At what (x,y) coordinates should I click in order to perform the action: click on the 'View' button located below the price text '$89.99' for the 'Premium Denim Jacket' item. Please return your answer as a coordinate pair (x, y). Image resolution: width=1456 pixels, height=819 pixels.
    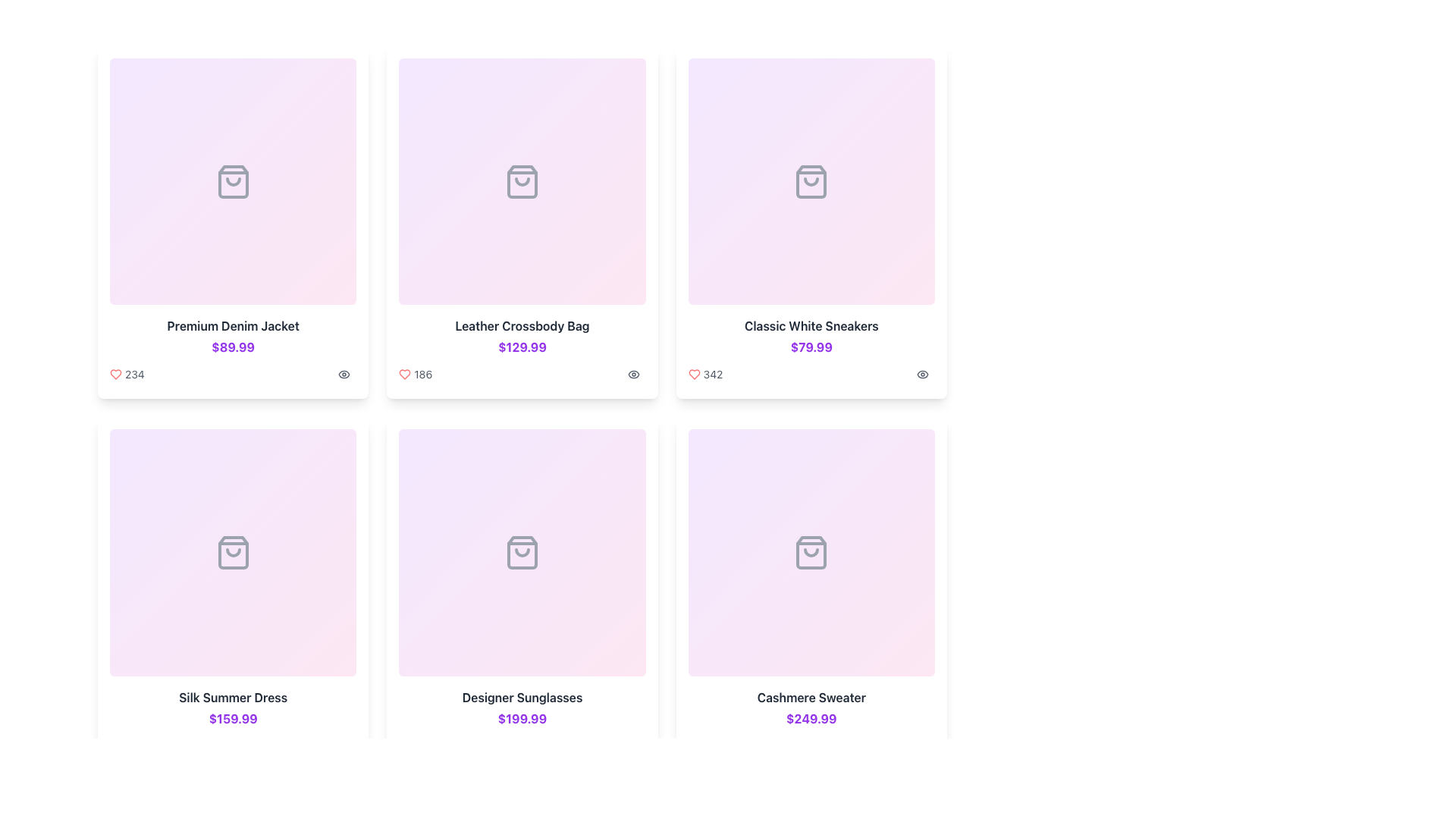
    Looking at the image, I should click on (344, 375).